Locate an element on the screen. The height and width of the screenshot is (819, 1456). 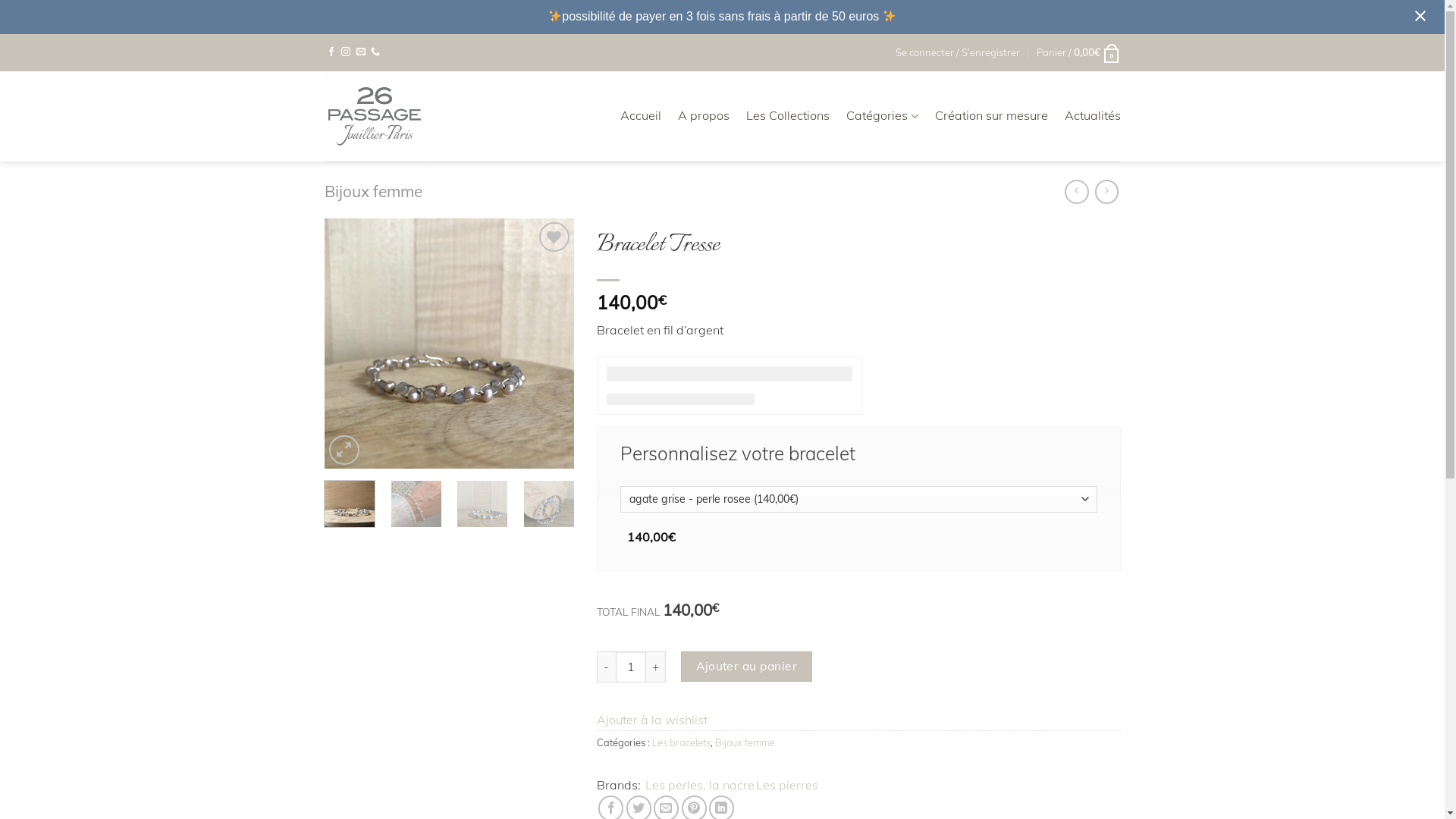
'Qty' is located at coordinates (615, 666).